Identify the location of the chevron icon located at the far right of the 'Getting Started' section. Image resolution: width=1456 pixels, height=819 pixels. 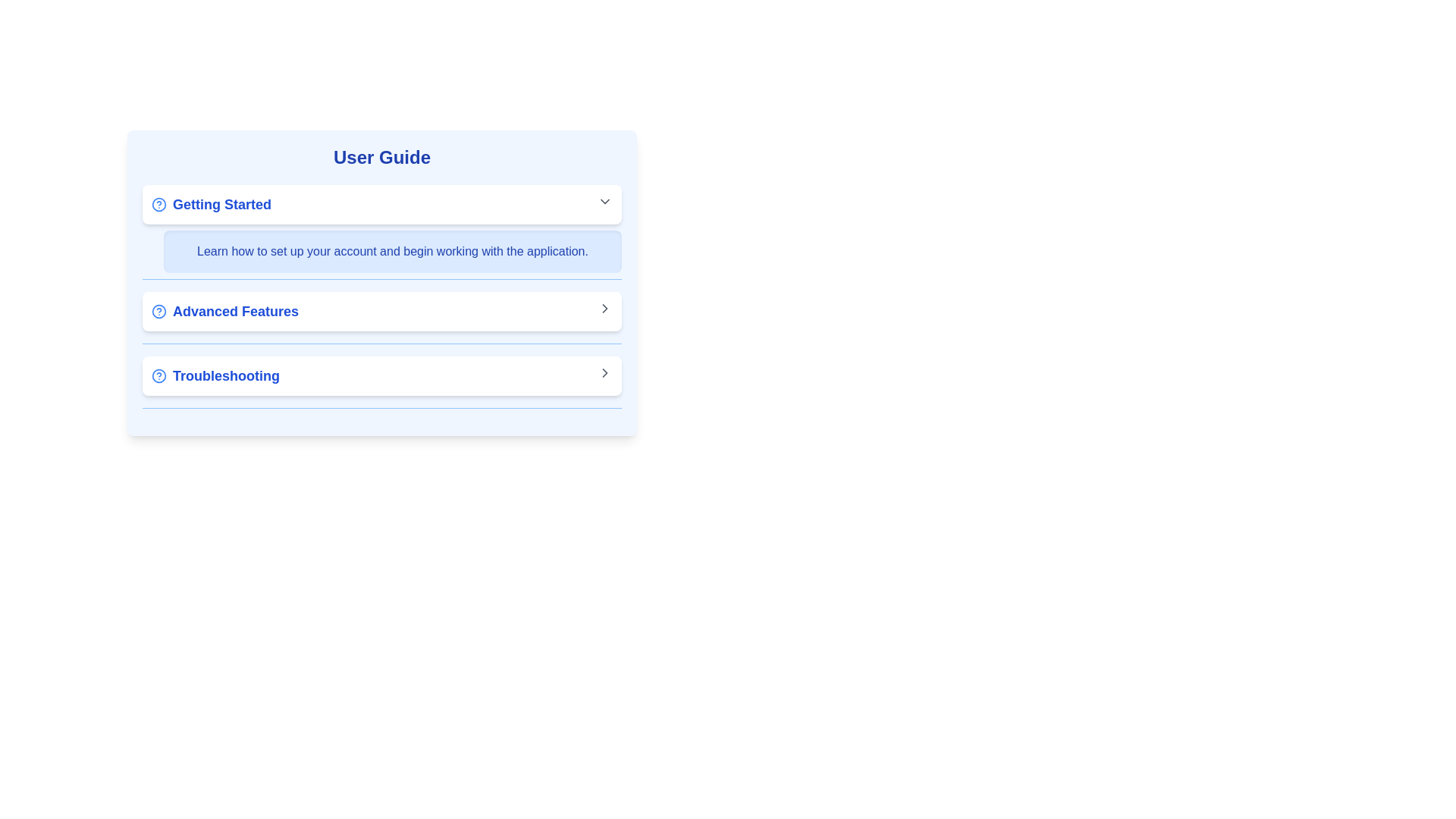
(604, 201).